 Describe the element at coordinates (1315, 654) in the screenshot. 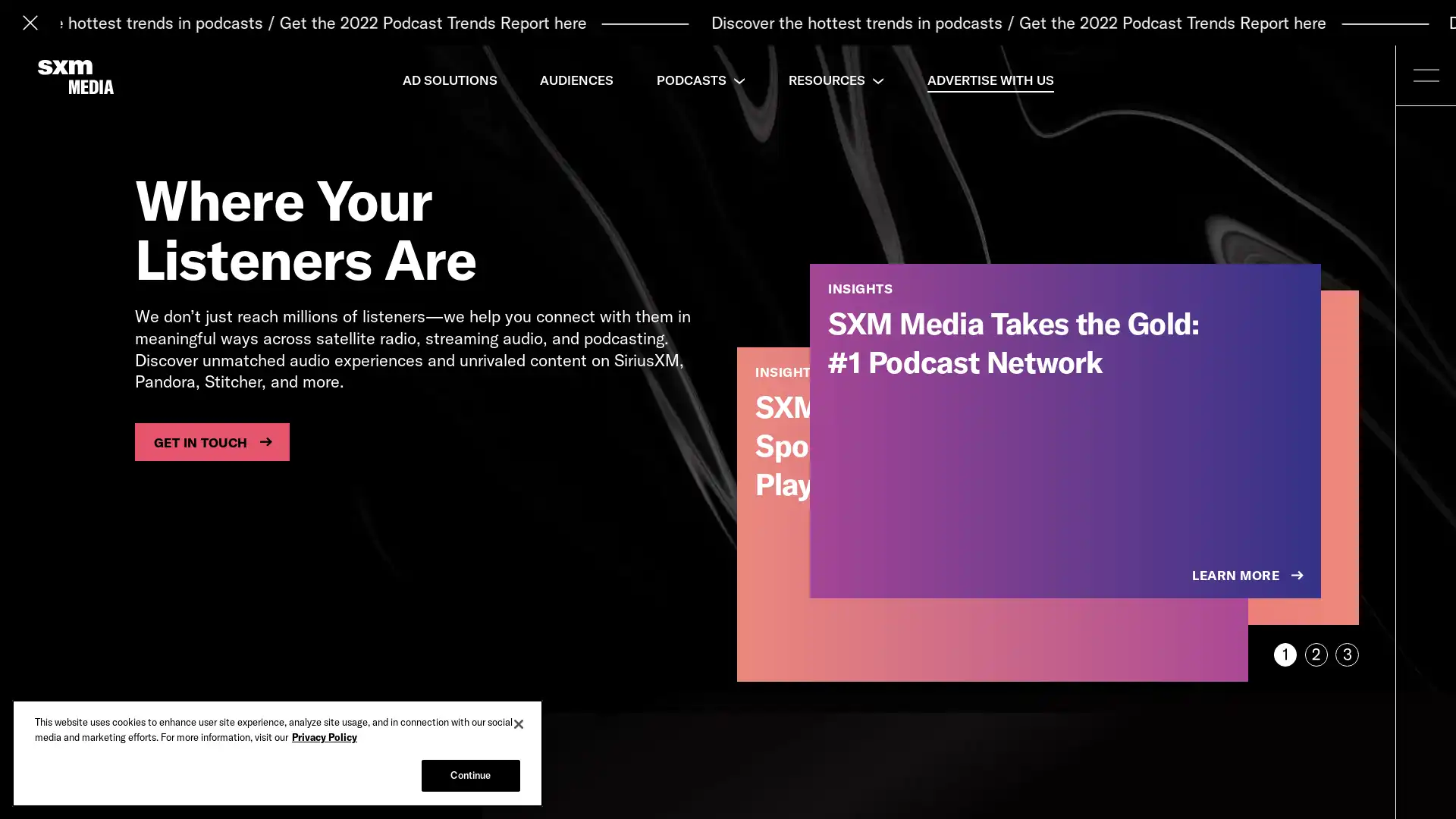

I see `2` at that location.